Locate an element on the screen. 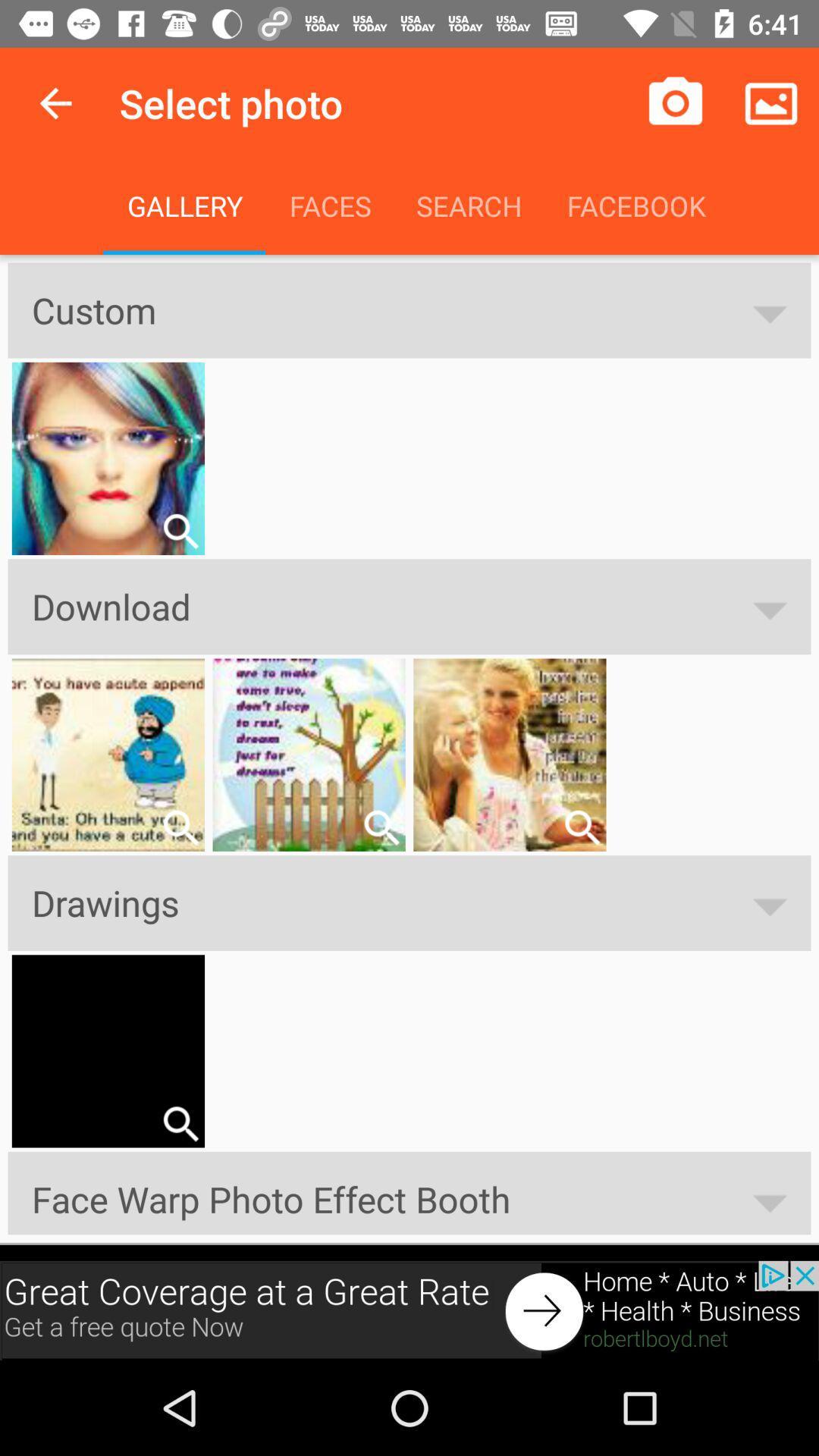 This screenshot has height=1456, width=819. lets you easily change and animate faces in photos is located at coordinates (180, 827).